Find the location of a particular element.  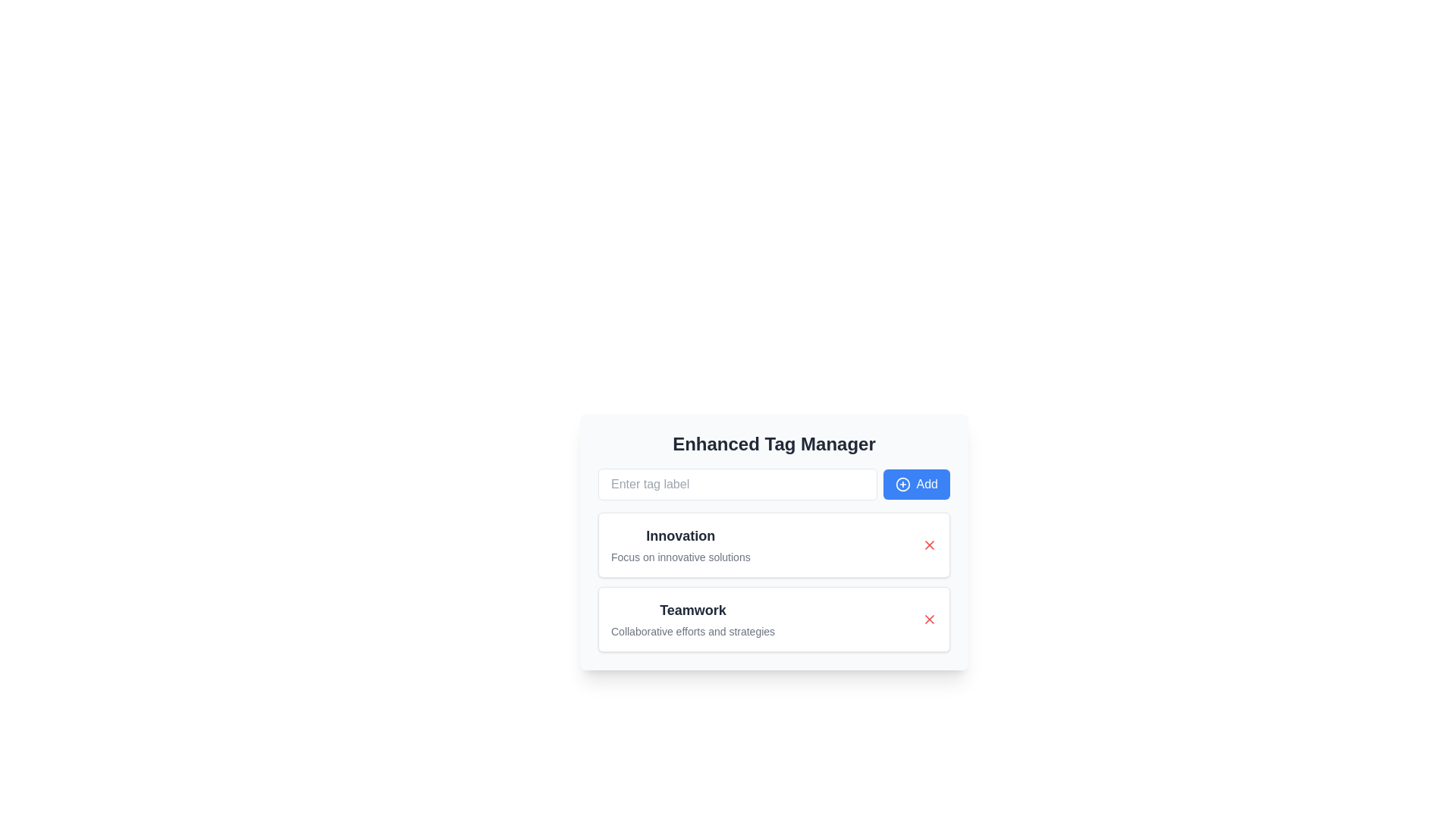

the 'Add' icon in the blue button located in the upper-right corner of the 'Enhanced Tag Manager' interface is located at coordinates (902, 485).